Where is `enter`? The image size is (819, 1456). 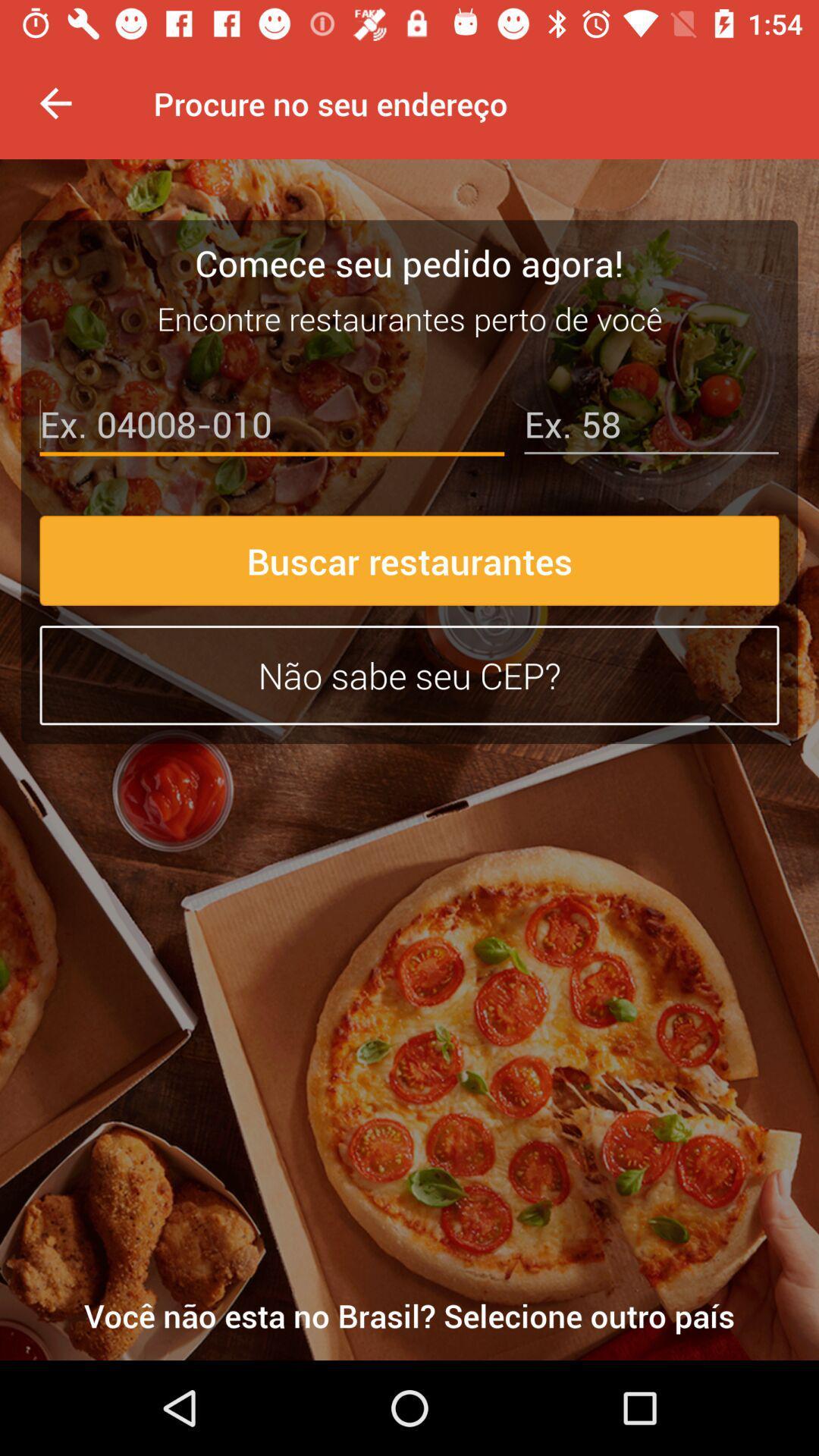 enter is located at coordinates (271, 427).